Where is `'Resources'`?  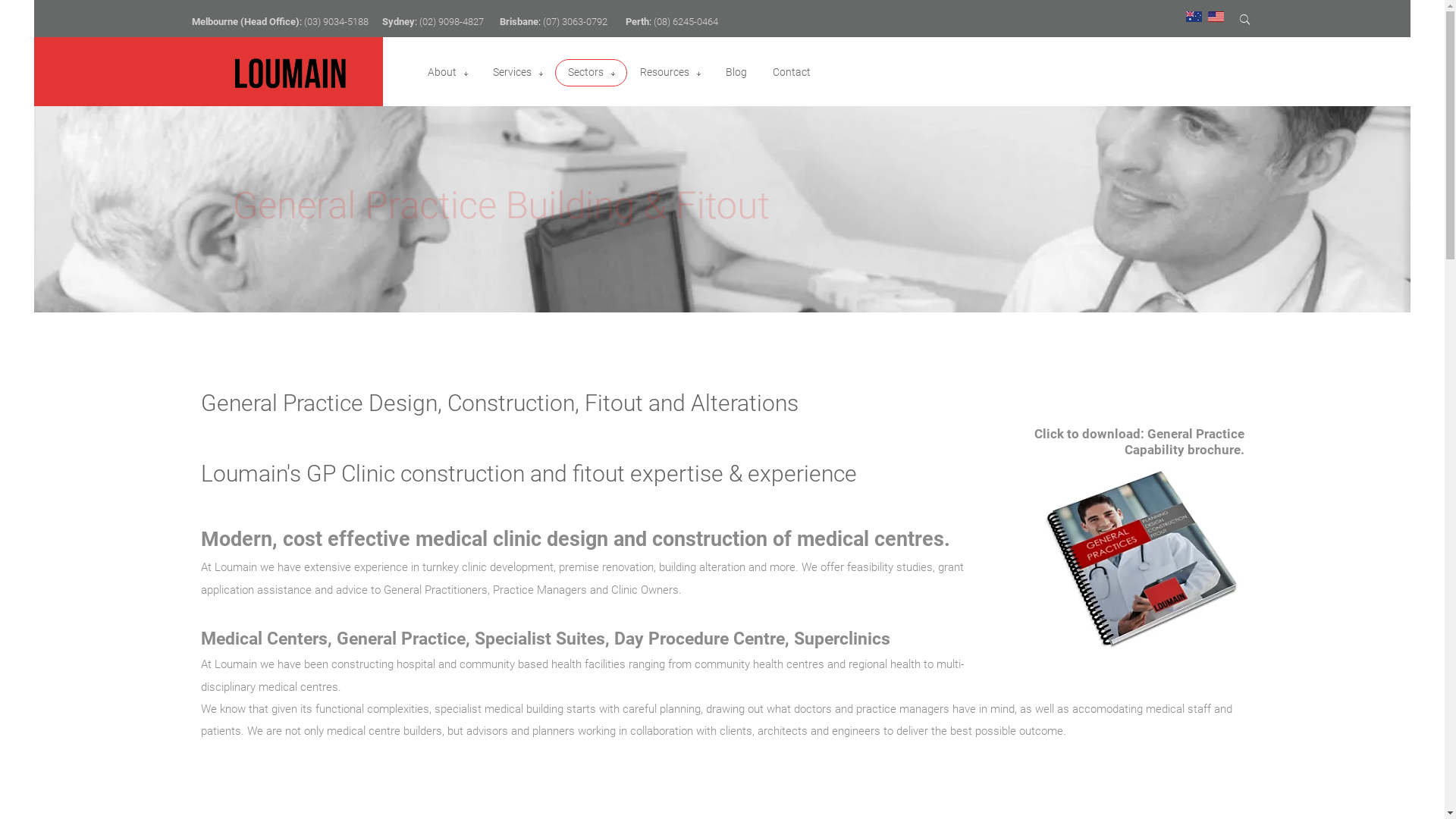 'Resources' is located at coordinates (669, 72).